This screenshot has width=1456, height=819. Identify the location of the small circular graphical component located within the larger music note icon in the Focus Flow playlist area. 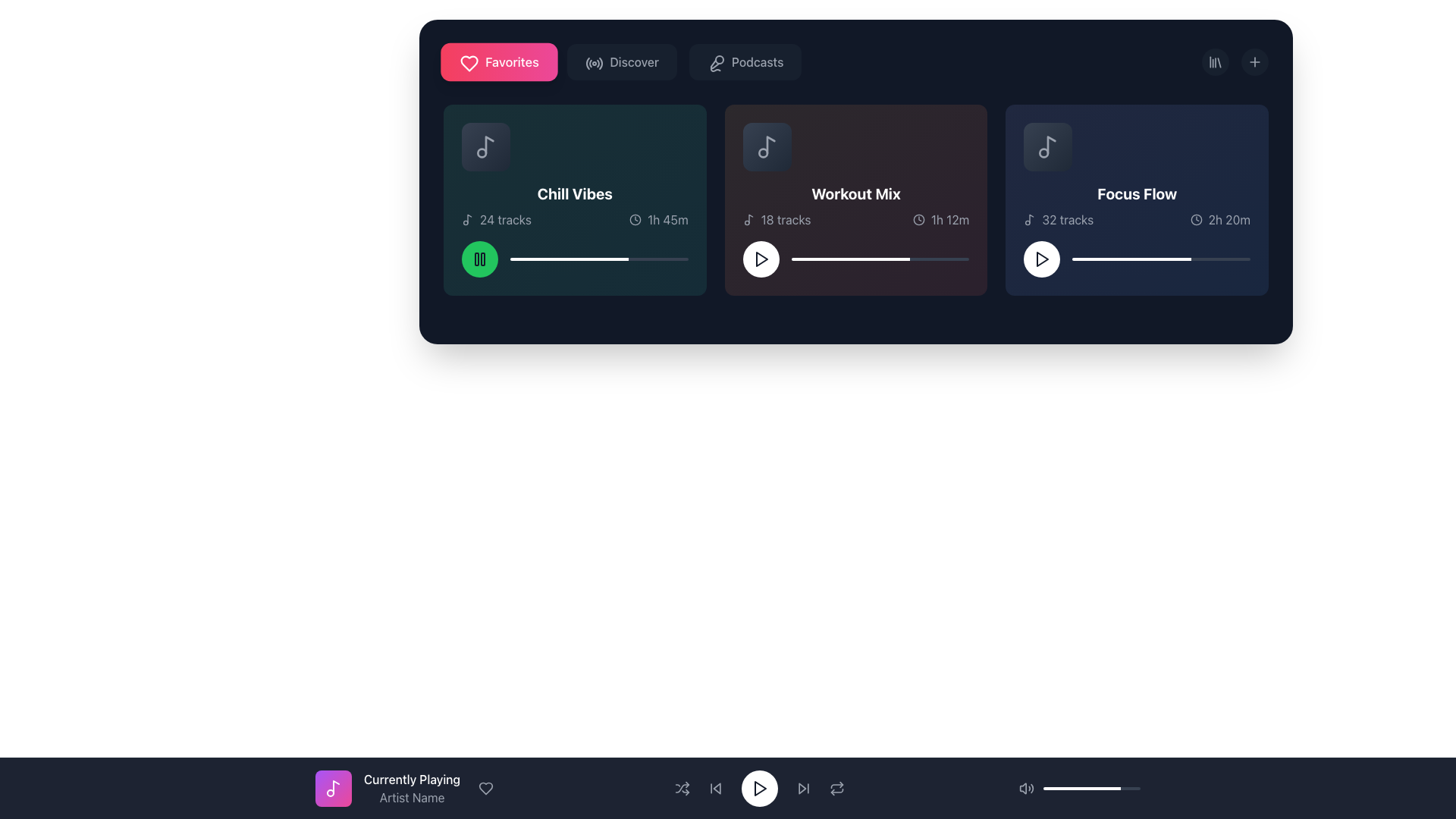
(1043, 152).